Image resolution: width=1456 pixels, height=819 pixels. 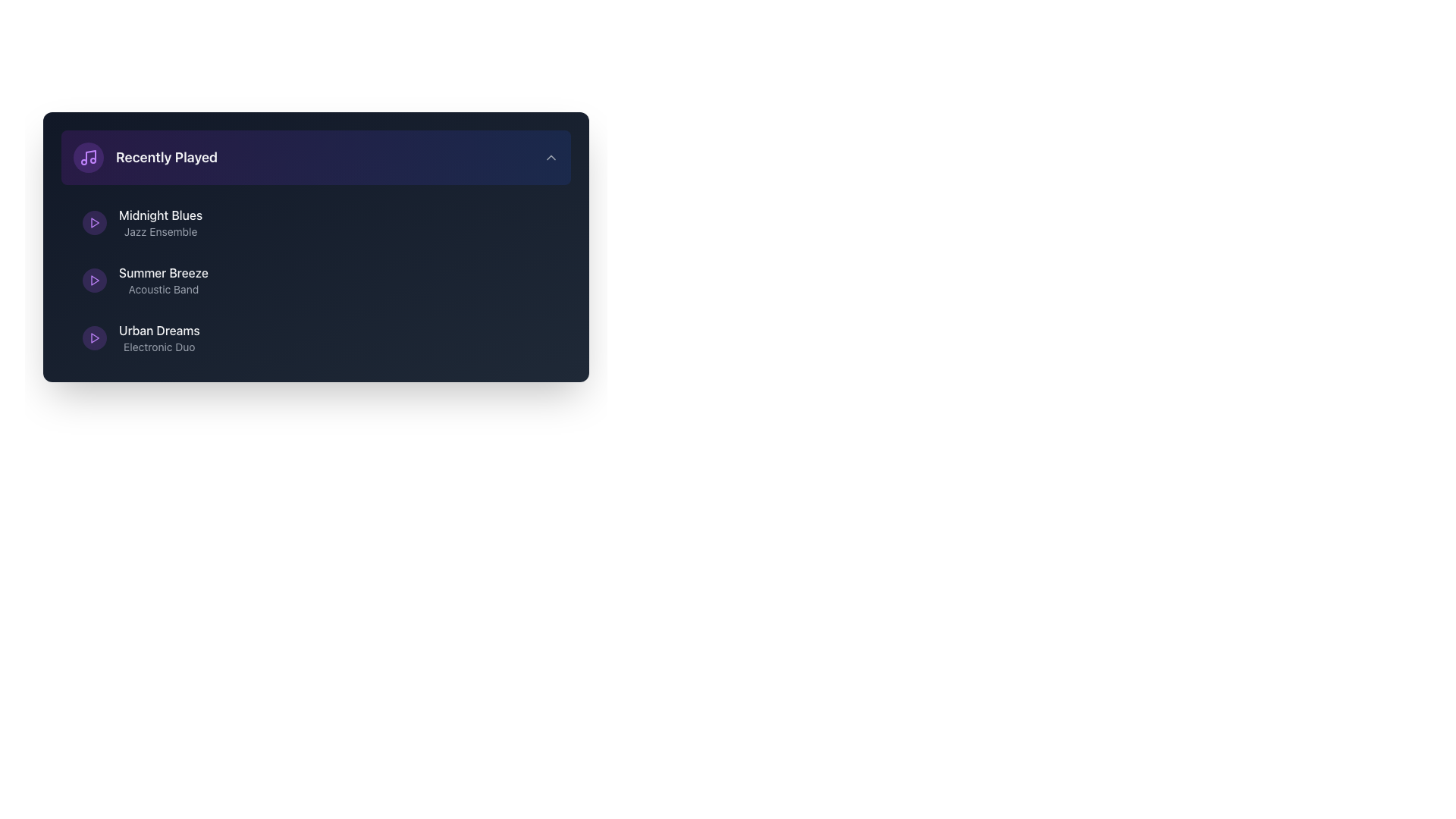 What do you see at coordinates (93, 337) in the screenshot?
I see `the Play button, which is a circular button with a translucent purple background and a play icon, positioned as the third item under the 'Recently Played' section` at bounding box center [93, 337].